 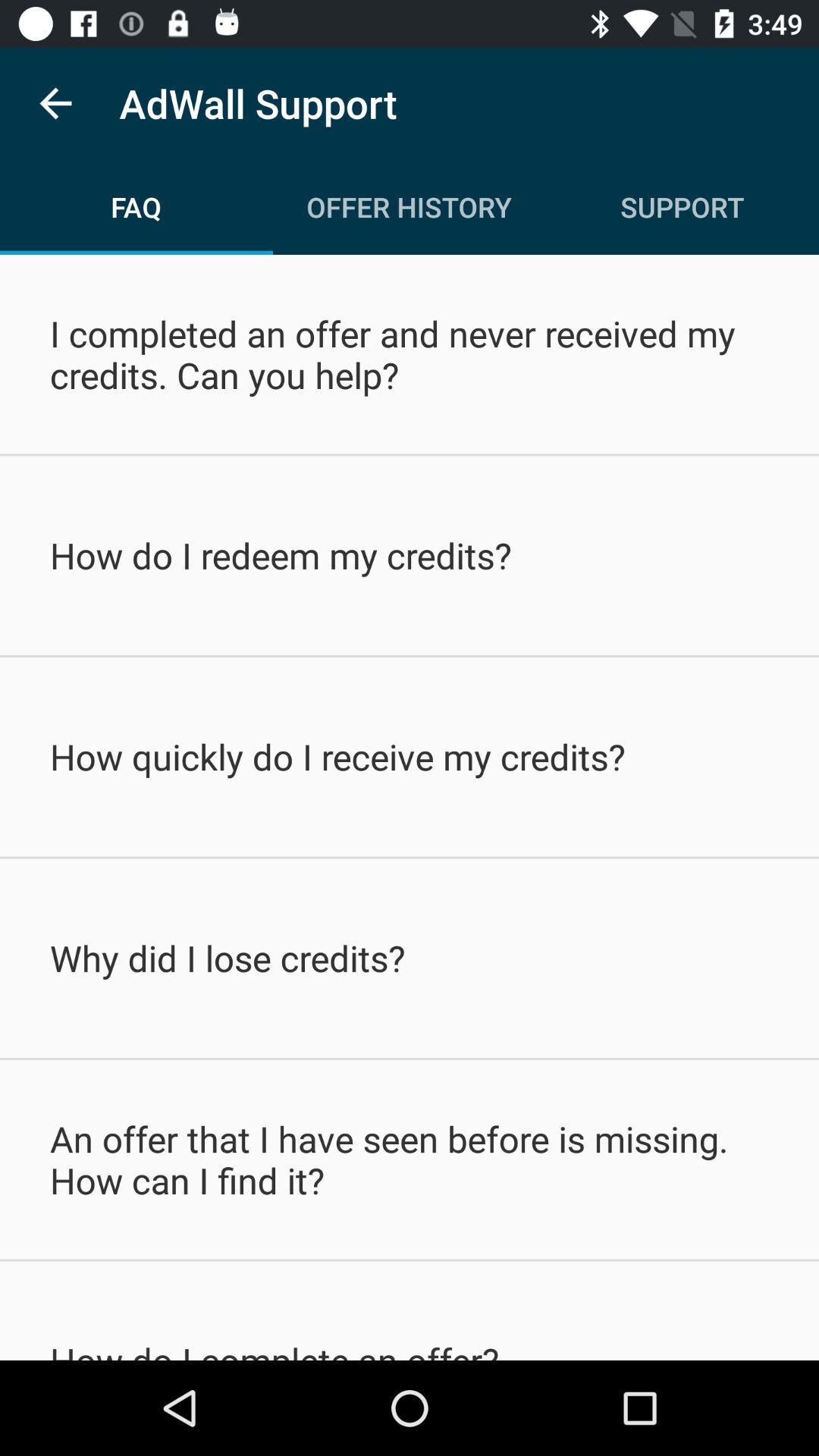 I want to click on why did i item, so click(x=409, y=957).